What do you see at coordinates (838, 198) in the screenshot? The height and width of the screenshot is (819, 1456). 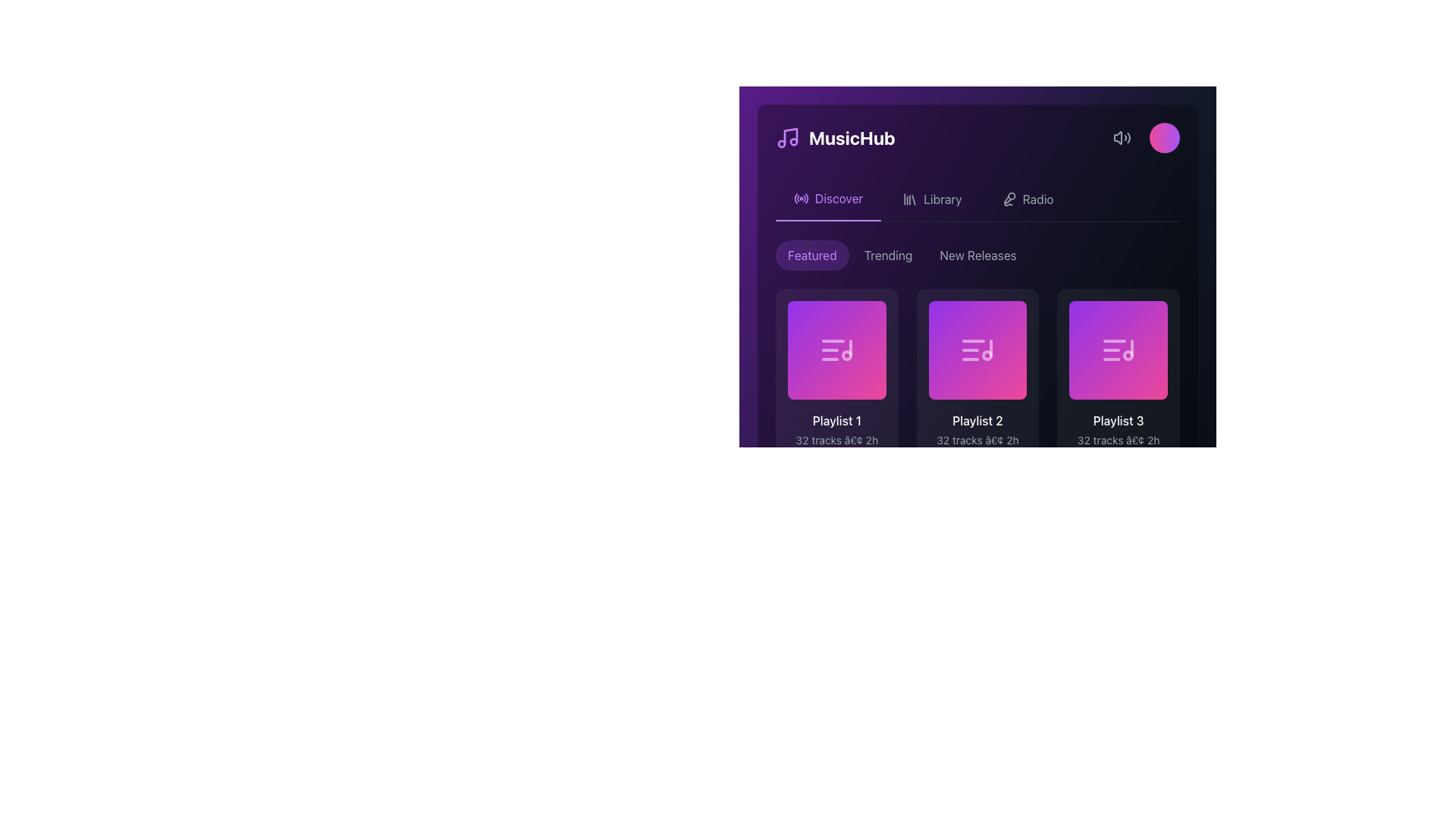 I see `the 'Discover' navigation label` at bounding box center [838, 198].